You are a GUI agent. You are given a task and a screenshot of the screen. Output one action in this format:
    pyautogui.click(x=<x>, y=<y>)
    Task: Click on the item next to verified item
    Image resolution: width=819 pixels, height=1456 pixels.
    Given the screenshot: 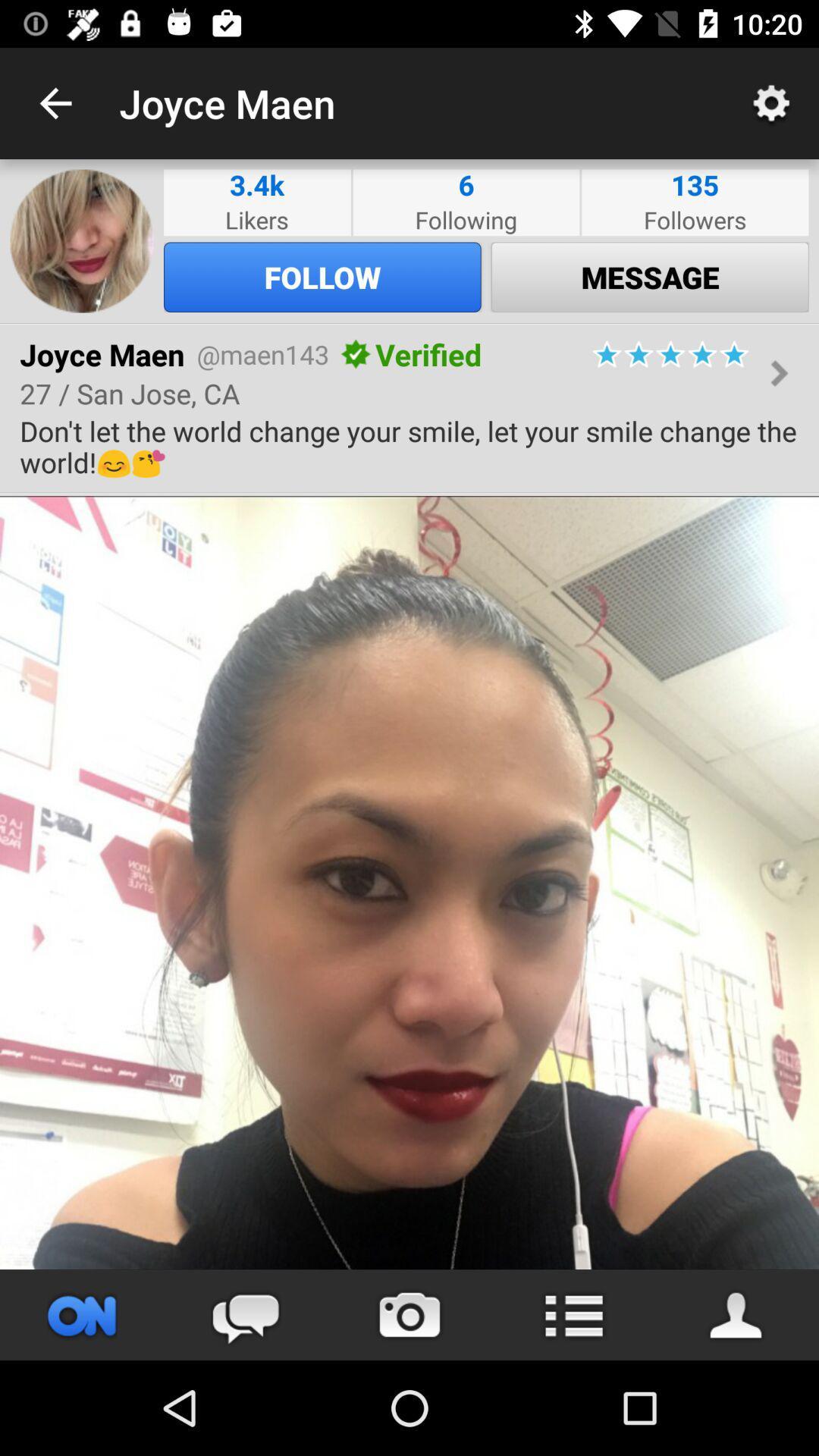 What is the action you would take?
    pyautogui.click(x=356, y=353)
    